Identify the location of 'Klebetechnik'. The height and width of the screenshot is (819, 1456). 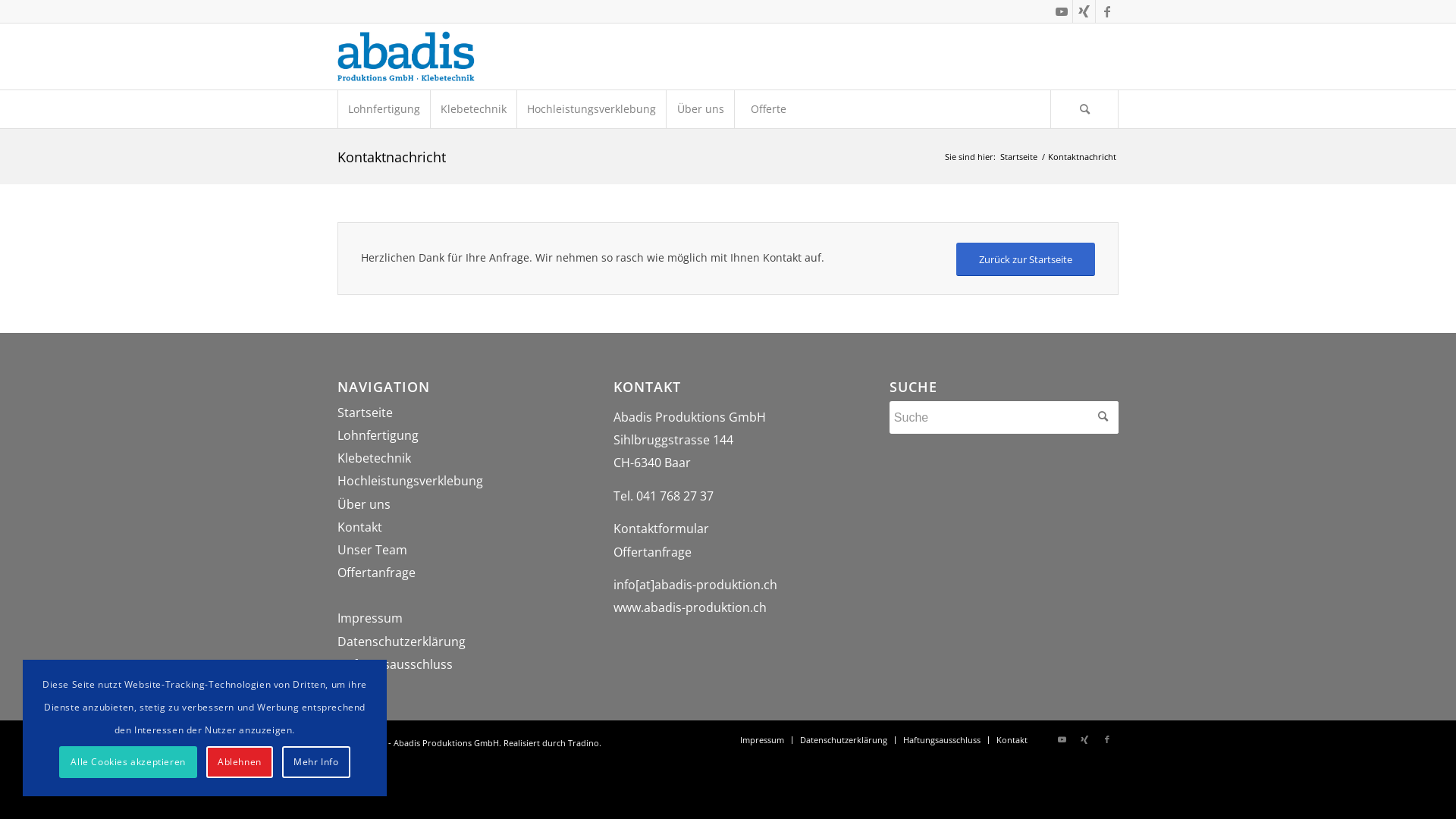
(374, 457).